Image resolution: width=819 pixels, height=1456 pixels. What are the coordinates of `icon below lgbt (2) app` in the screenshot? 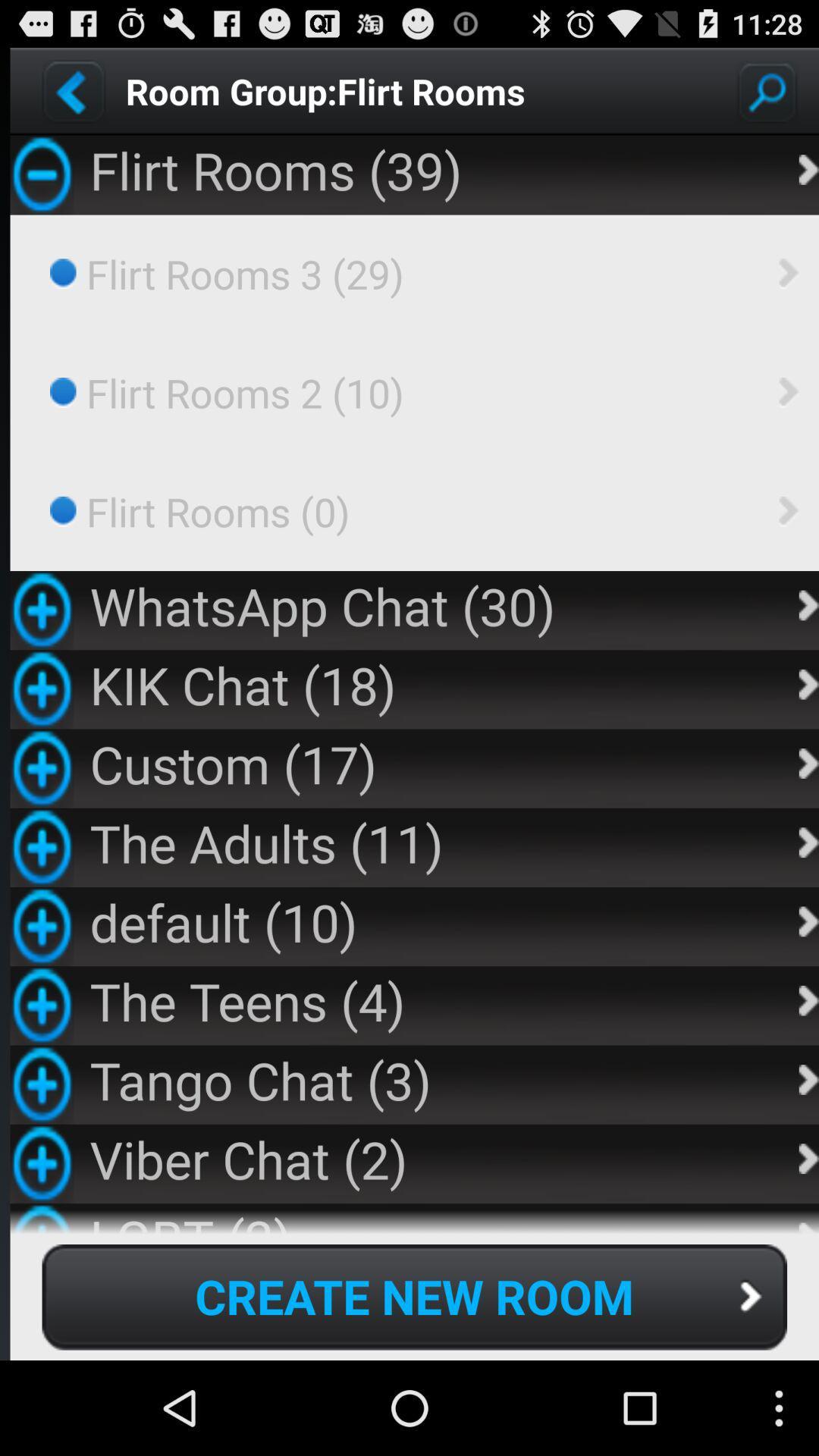 It's located at (414, 1296).